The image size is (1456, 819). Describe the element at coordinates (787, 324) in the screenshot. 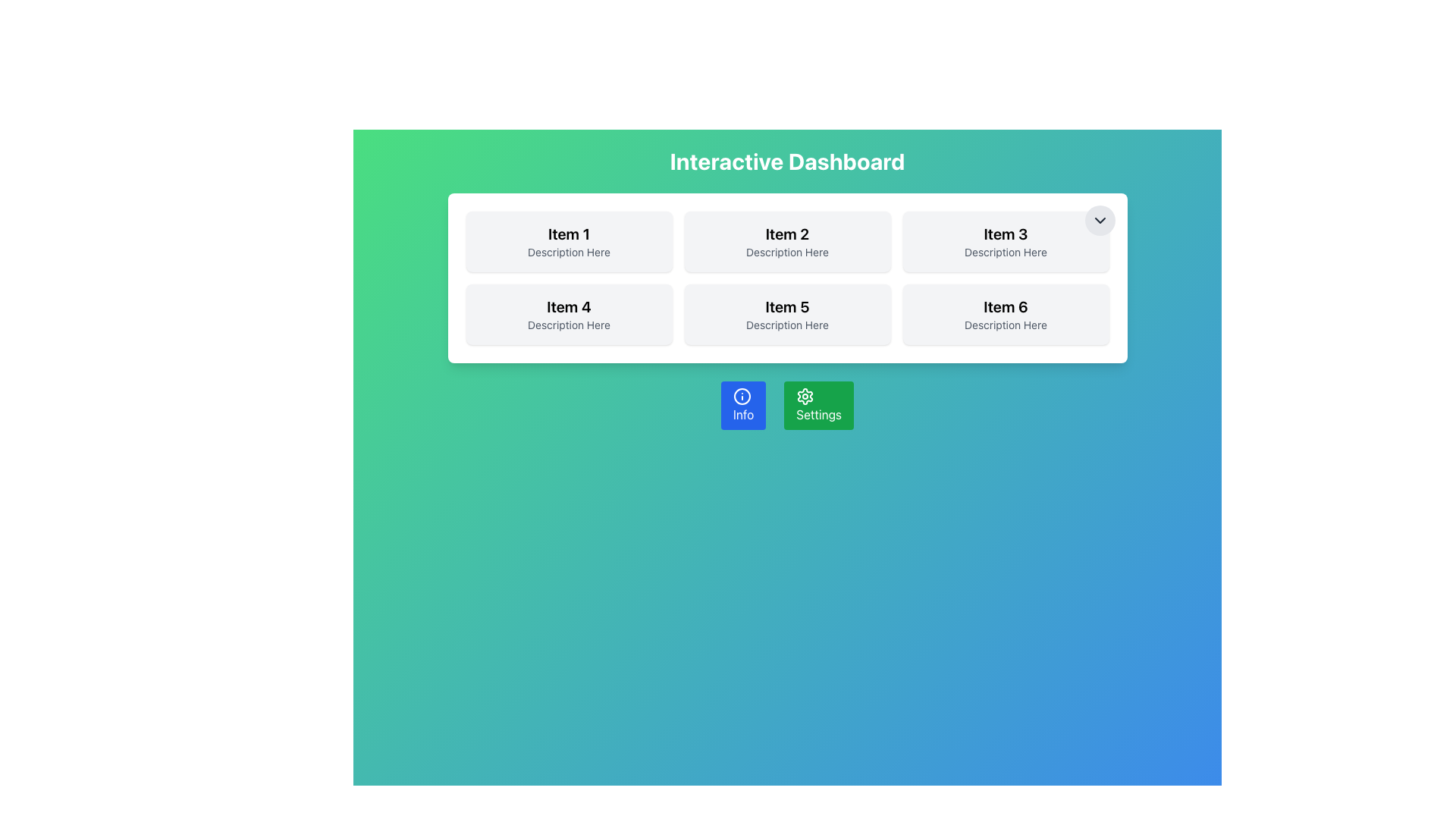

I see `the text label displaying 'Description Here' located within the 'Item 5' panel, which has a light gray background and rounded corners` at that location.